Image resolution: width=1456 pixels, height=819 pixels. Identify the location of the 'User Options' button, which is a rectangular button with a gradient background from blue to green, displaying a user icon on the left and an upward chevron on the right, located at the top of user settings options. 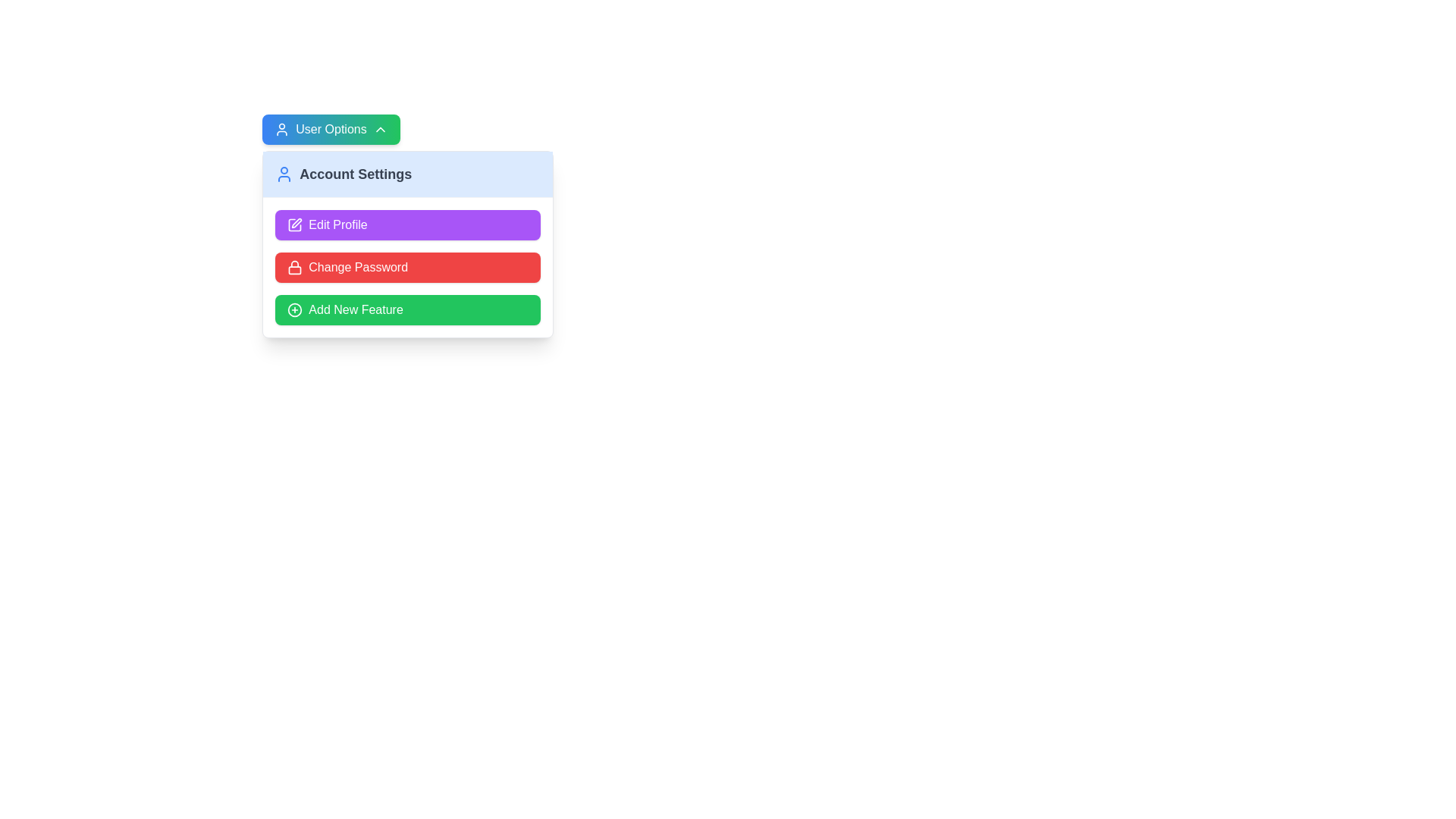
(330, 128).